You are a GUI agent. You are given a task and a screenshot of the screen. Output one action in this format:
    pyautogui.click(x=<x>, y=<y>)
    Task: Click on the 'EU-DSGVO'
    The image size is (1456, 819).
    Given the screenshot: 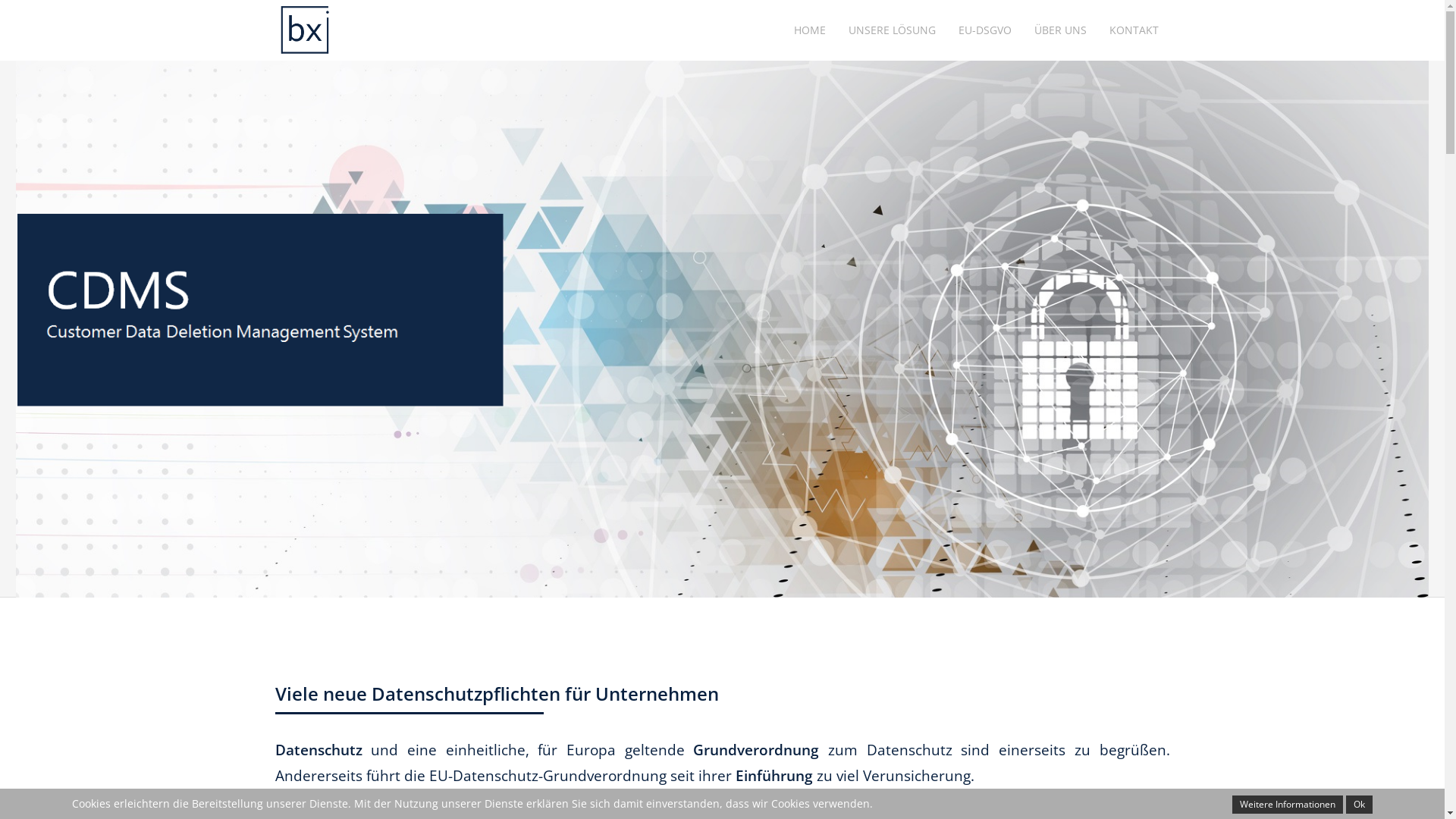 What is the action you would take?
    pyautogui.click(x=946, y=30)
    